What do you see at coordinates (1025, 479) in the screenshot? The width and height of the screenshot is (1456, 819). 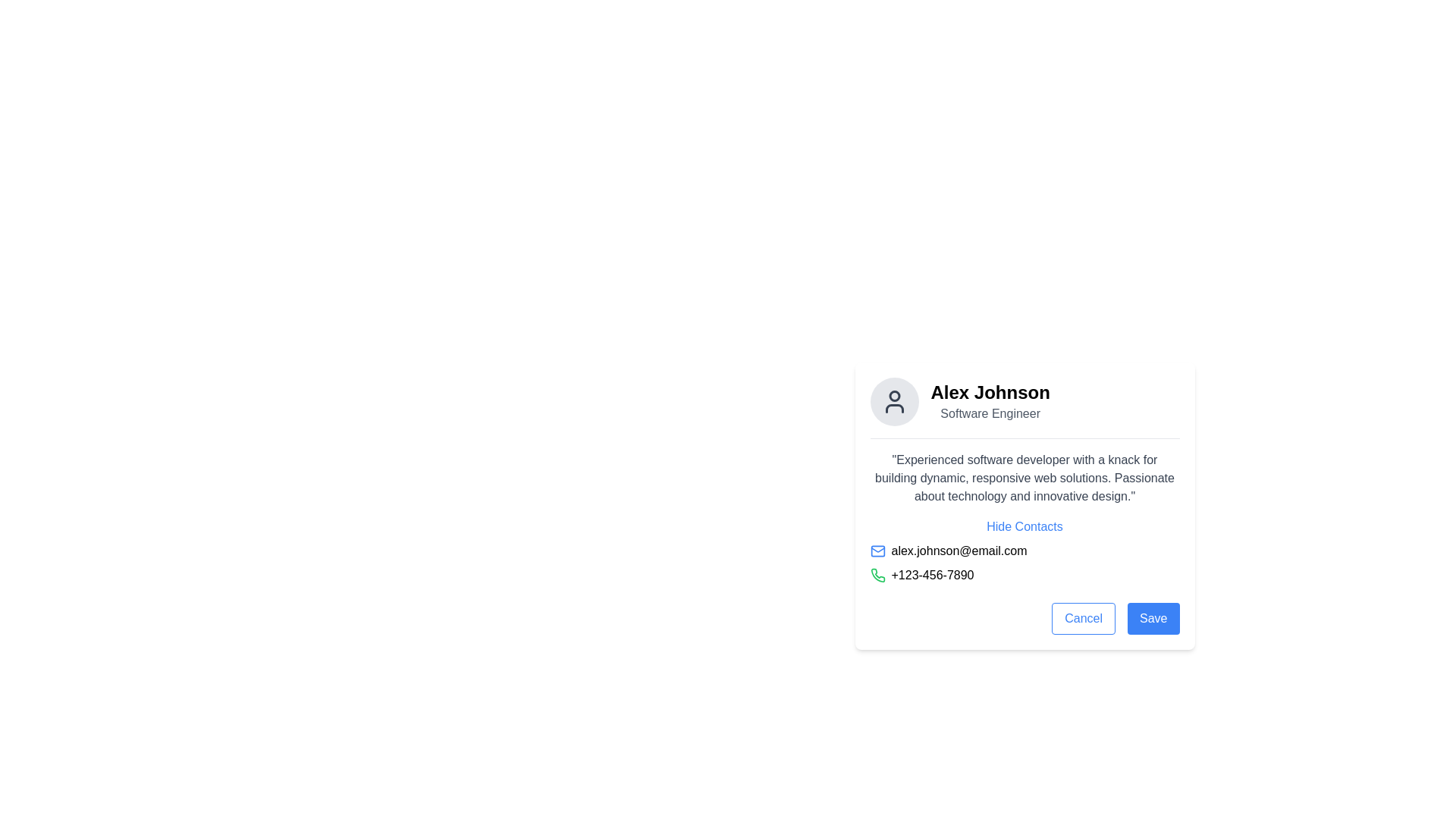 I see `the static text block providing a professional description for user 'Alex Johnson', which is located below the title and above the 'Hide Contacts' link` at bounding box center [1025, 479].